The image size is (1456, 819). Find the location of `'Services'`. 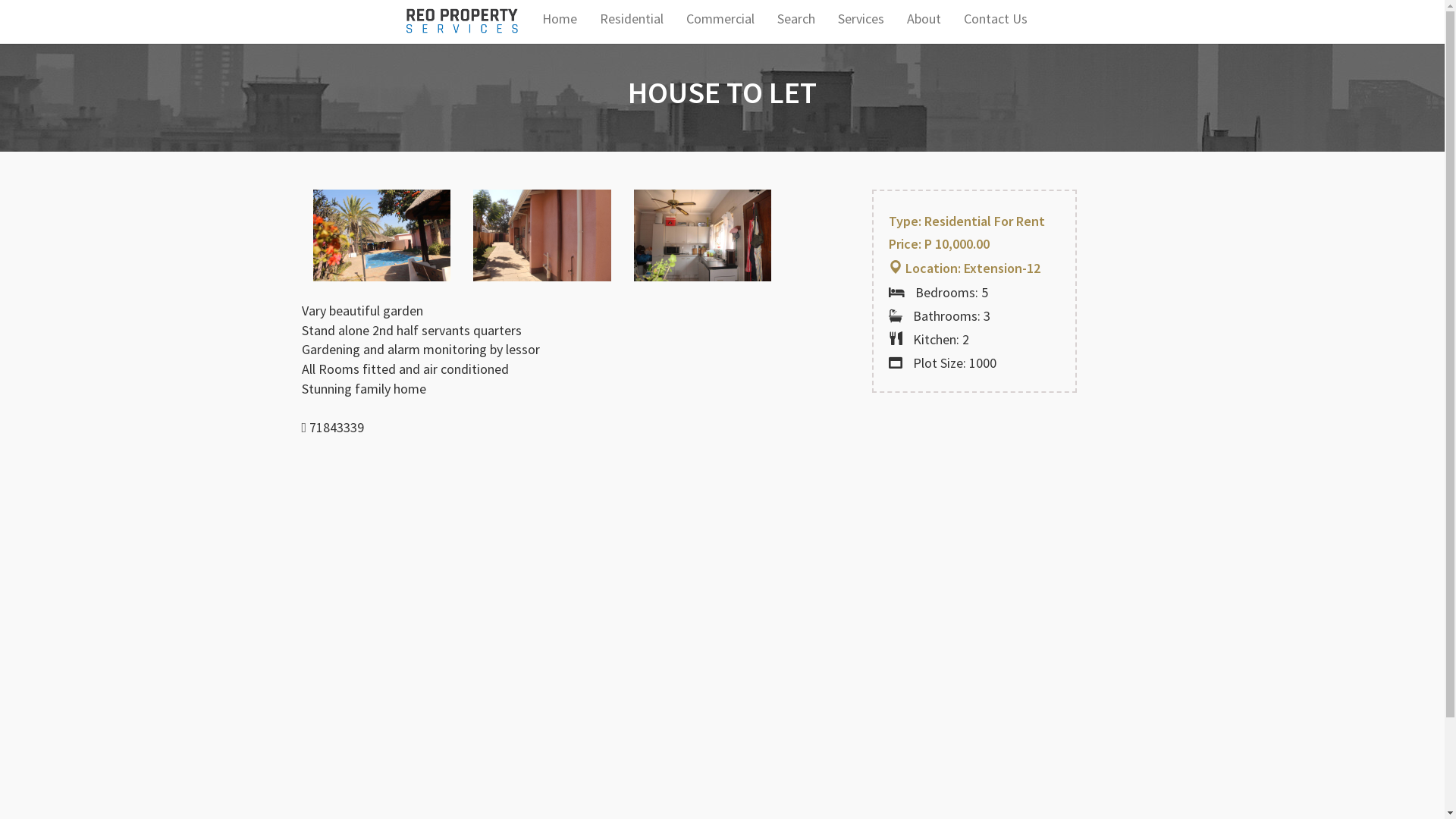

'Services' is located at coordinates (861, 18).